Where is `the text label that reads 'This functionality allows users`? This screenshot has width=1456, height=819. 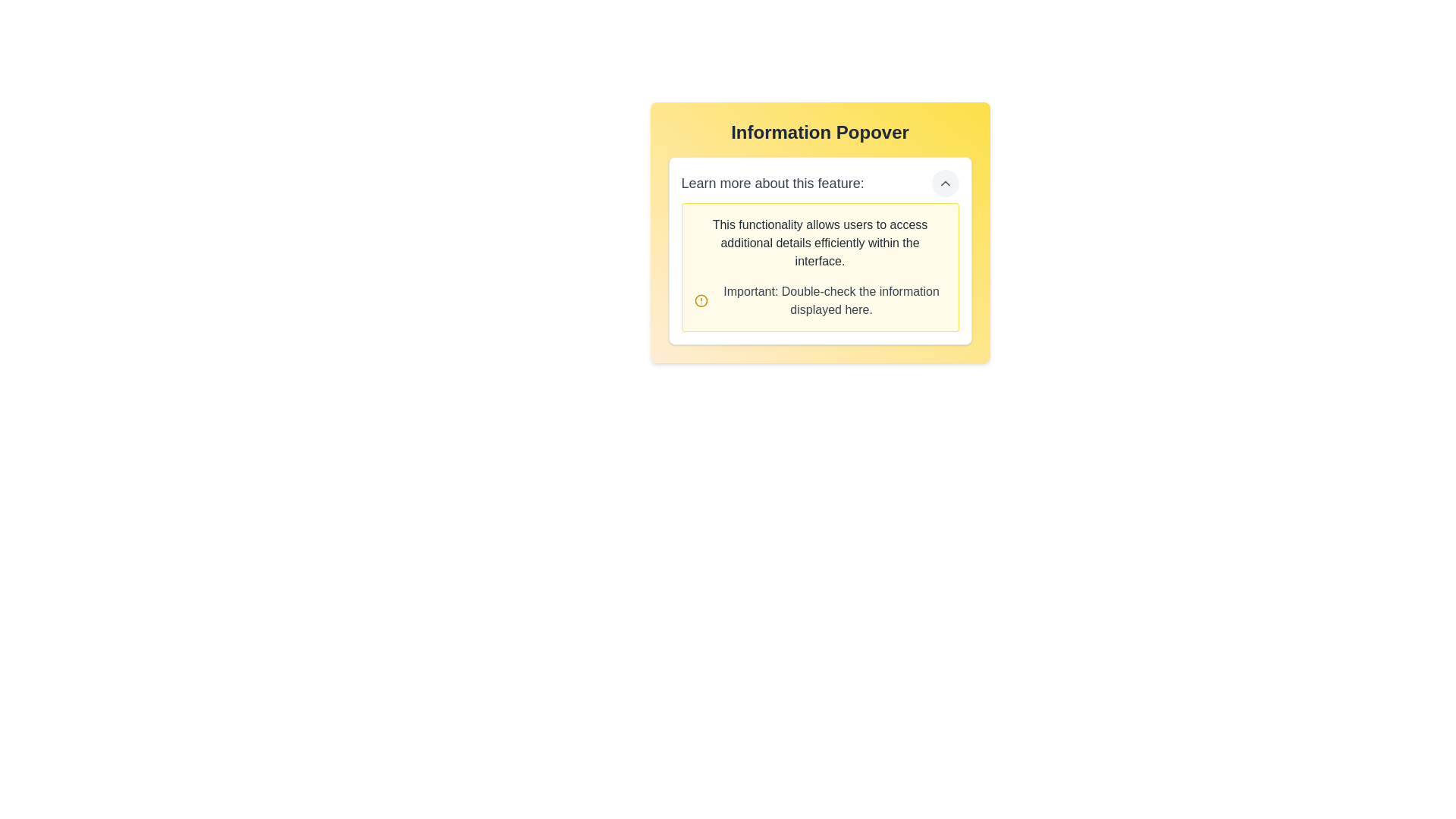 the text label that reads 'This functionality allows users is located at coordinates (819, 242).